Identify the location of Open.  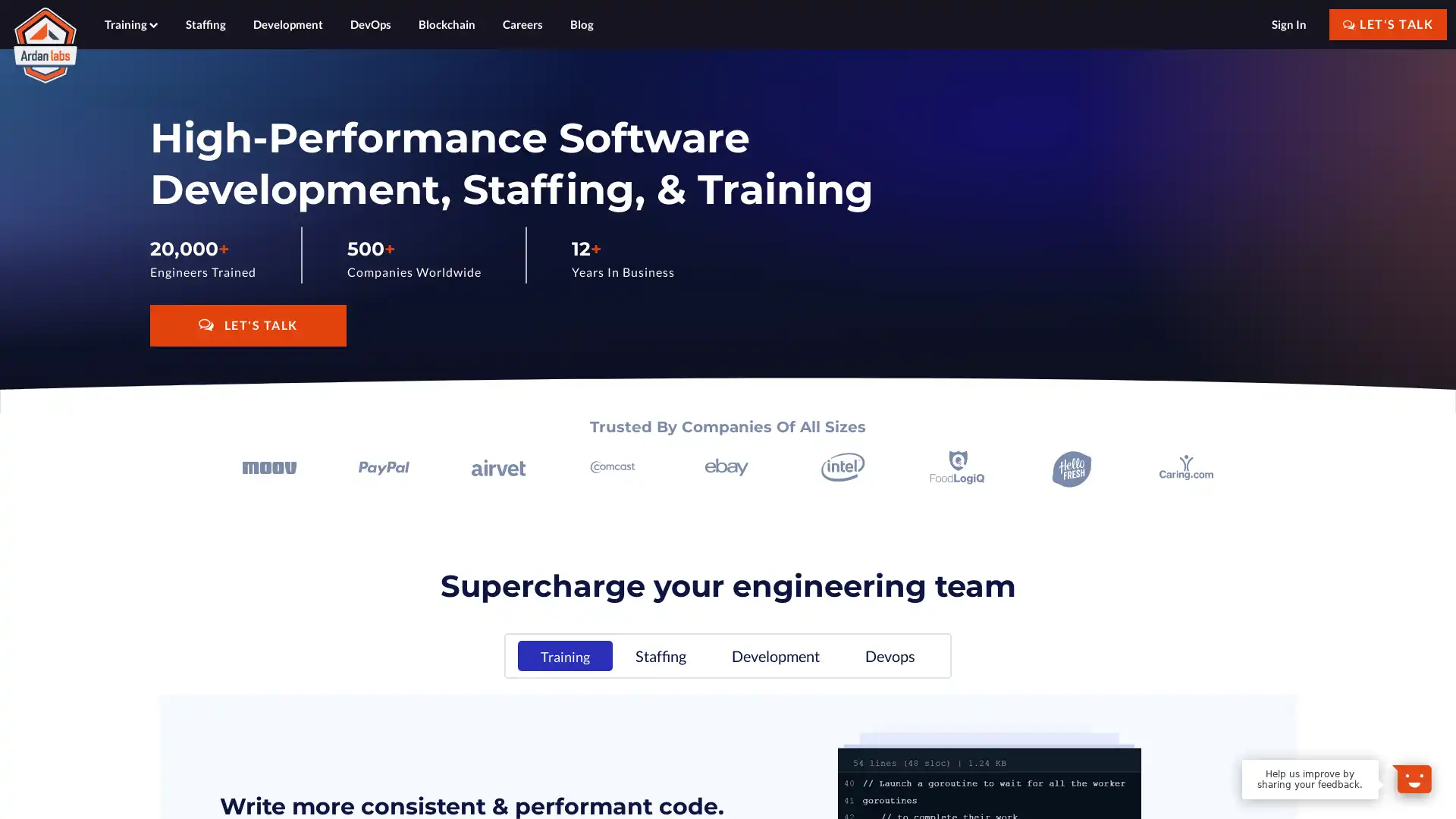
(1410, 778).